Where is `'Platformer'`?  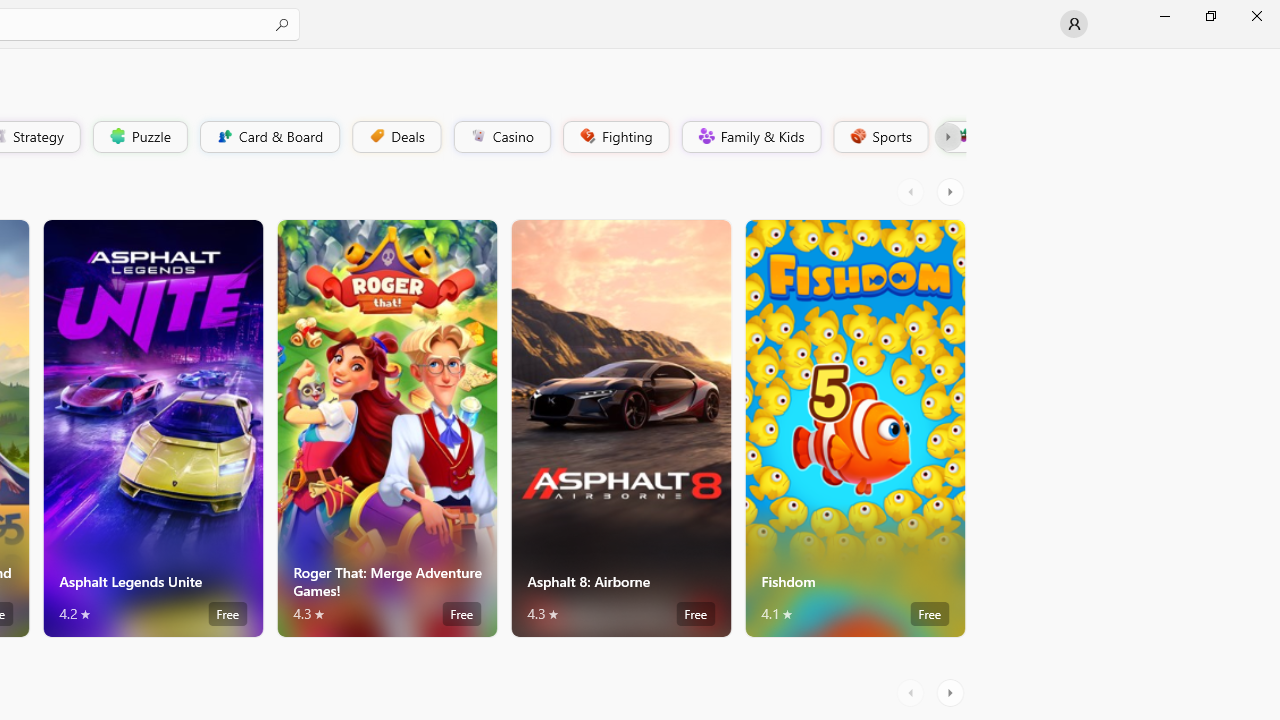
'Platformer' is located at coordinates (951, 135).